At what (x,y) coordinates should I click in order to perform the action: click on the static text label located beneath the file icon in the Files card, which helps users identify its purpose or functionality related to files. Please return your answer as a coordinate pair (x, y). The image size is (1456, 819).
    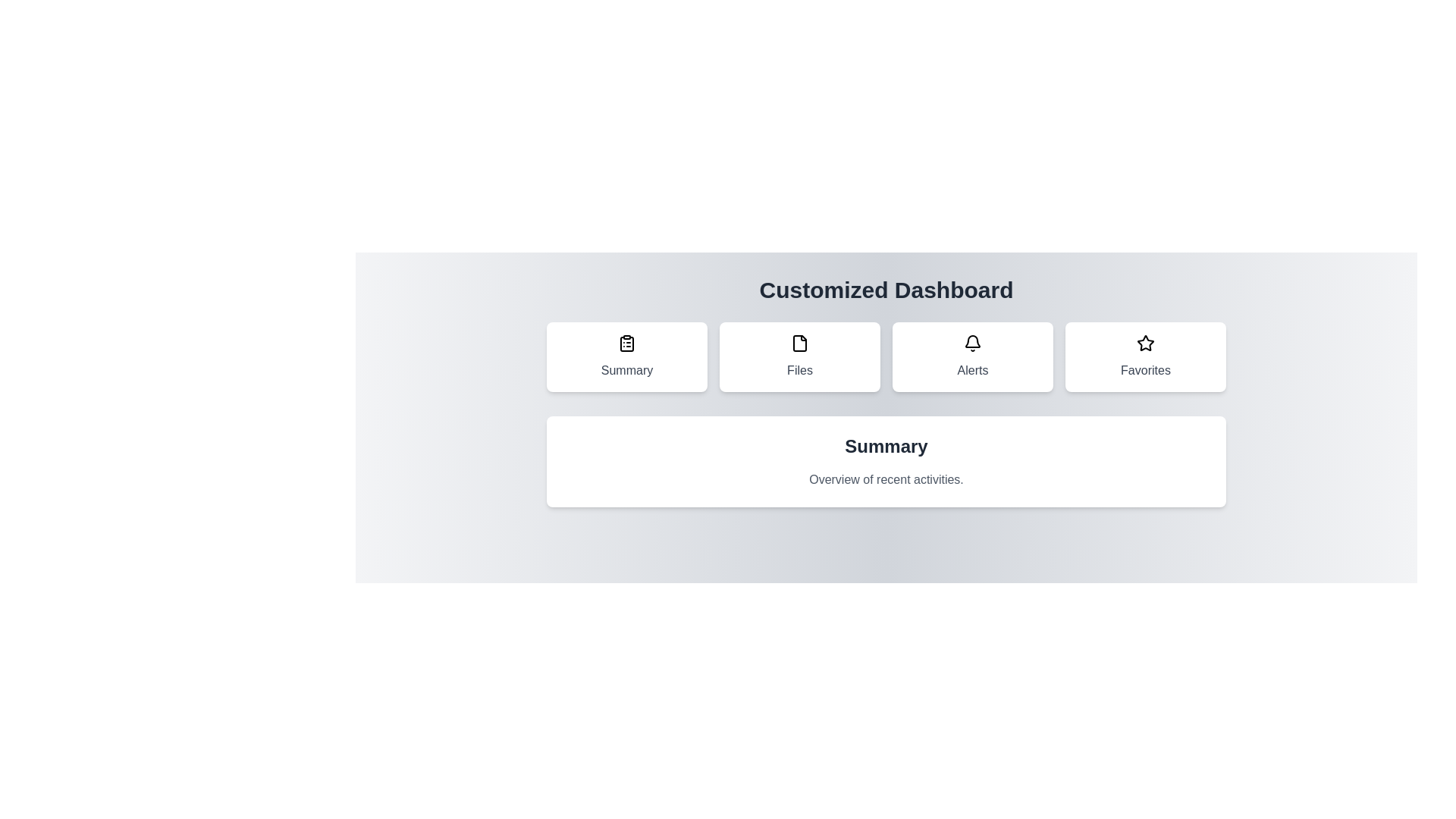
    Looking at the image, I should click on (799, 371).